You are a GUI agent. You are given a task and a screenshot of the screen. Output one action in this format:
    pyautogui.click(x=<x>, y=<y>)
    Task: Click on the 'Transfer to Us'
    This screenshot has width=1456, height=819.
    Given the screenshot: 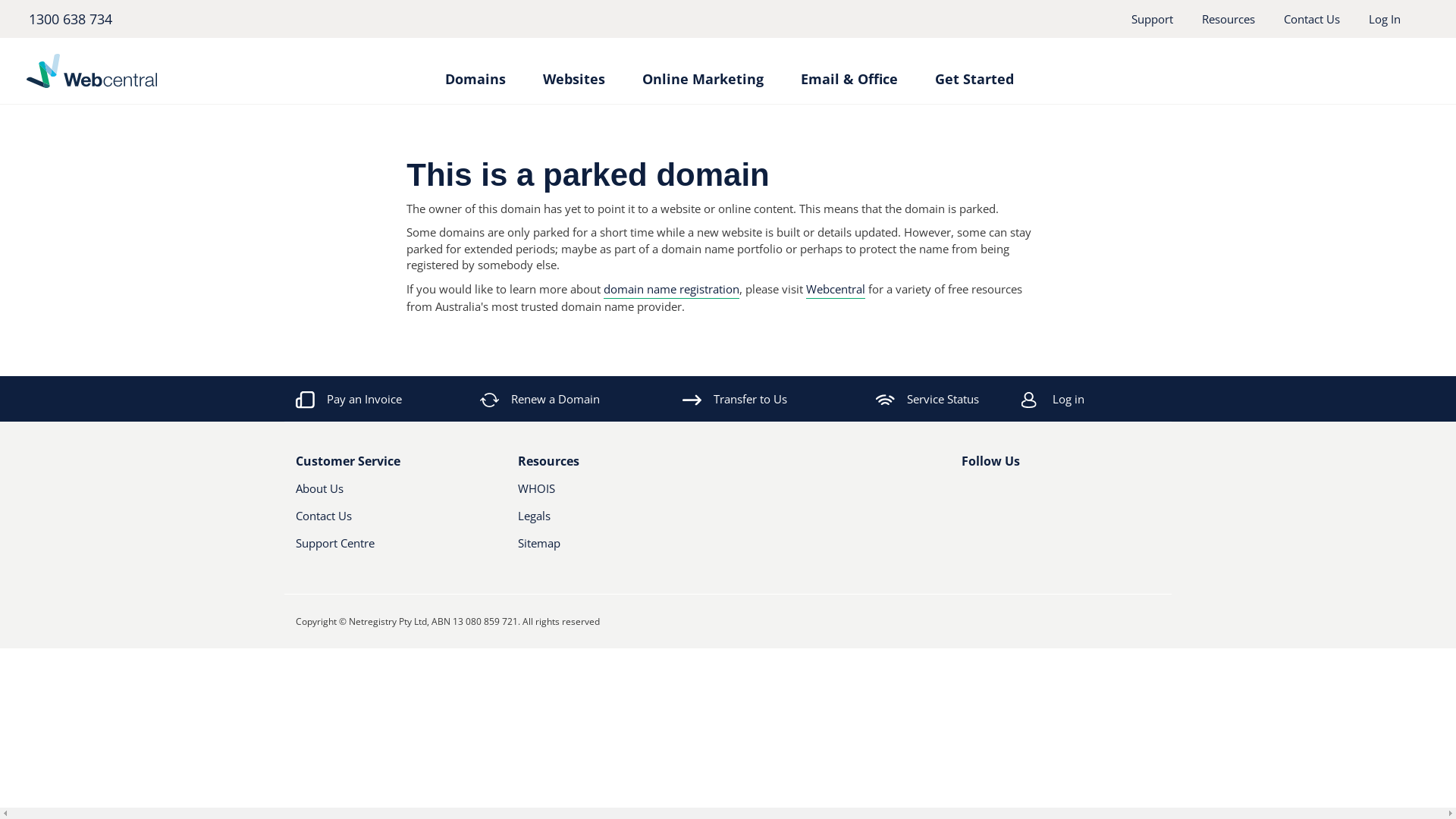 What is the action you would take?
    pyautogui.click(x=735, y=397)
    